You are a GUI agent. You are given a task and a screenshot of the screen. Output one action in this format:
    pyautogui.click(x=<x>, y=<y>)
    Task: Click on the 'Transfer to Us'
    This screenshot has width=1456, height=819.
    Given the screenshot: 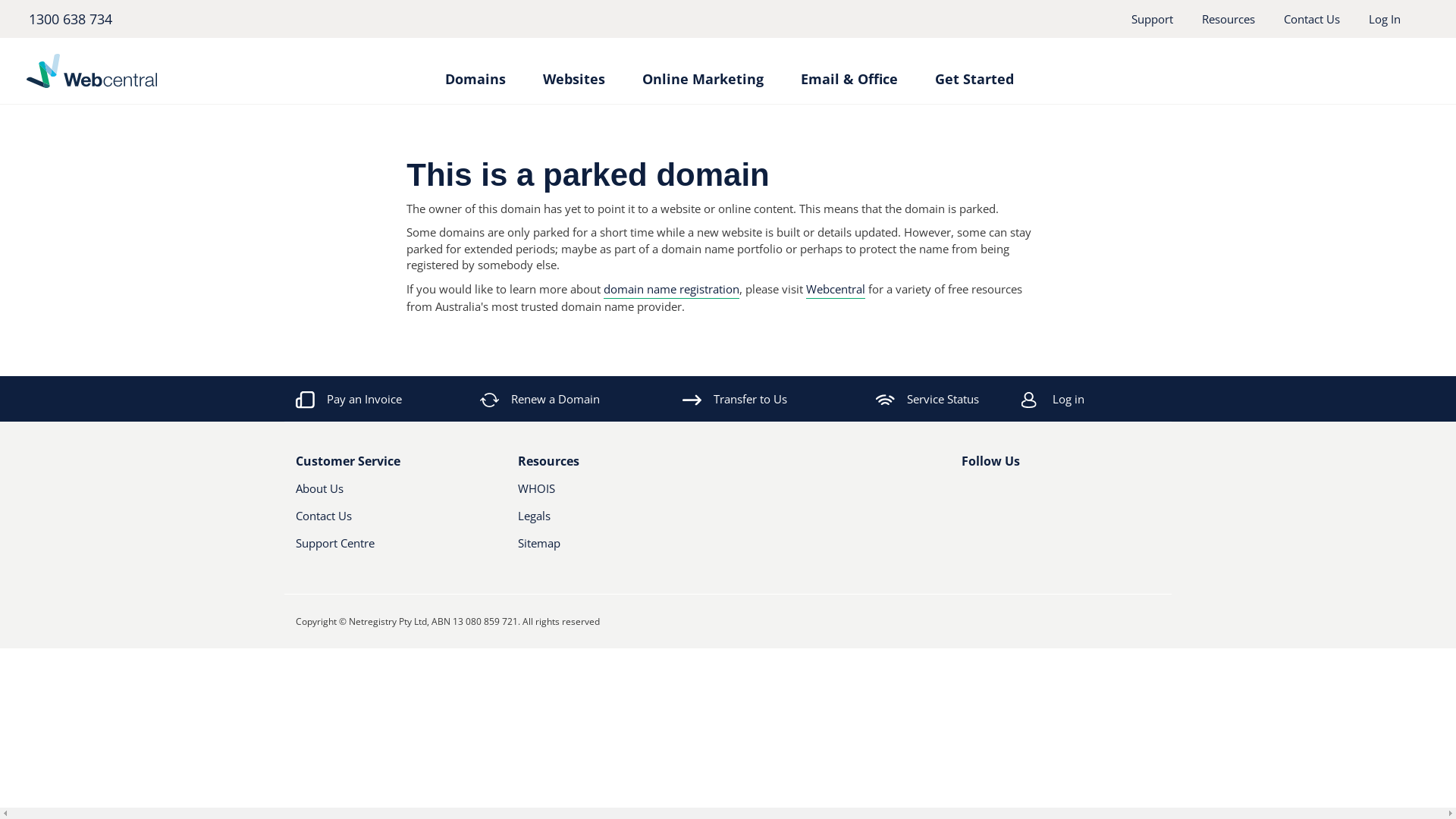 What is the action you would take?
    pyautogui.click(x=735, y=397)
    